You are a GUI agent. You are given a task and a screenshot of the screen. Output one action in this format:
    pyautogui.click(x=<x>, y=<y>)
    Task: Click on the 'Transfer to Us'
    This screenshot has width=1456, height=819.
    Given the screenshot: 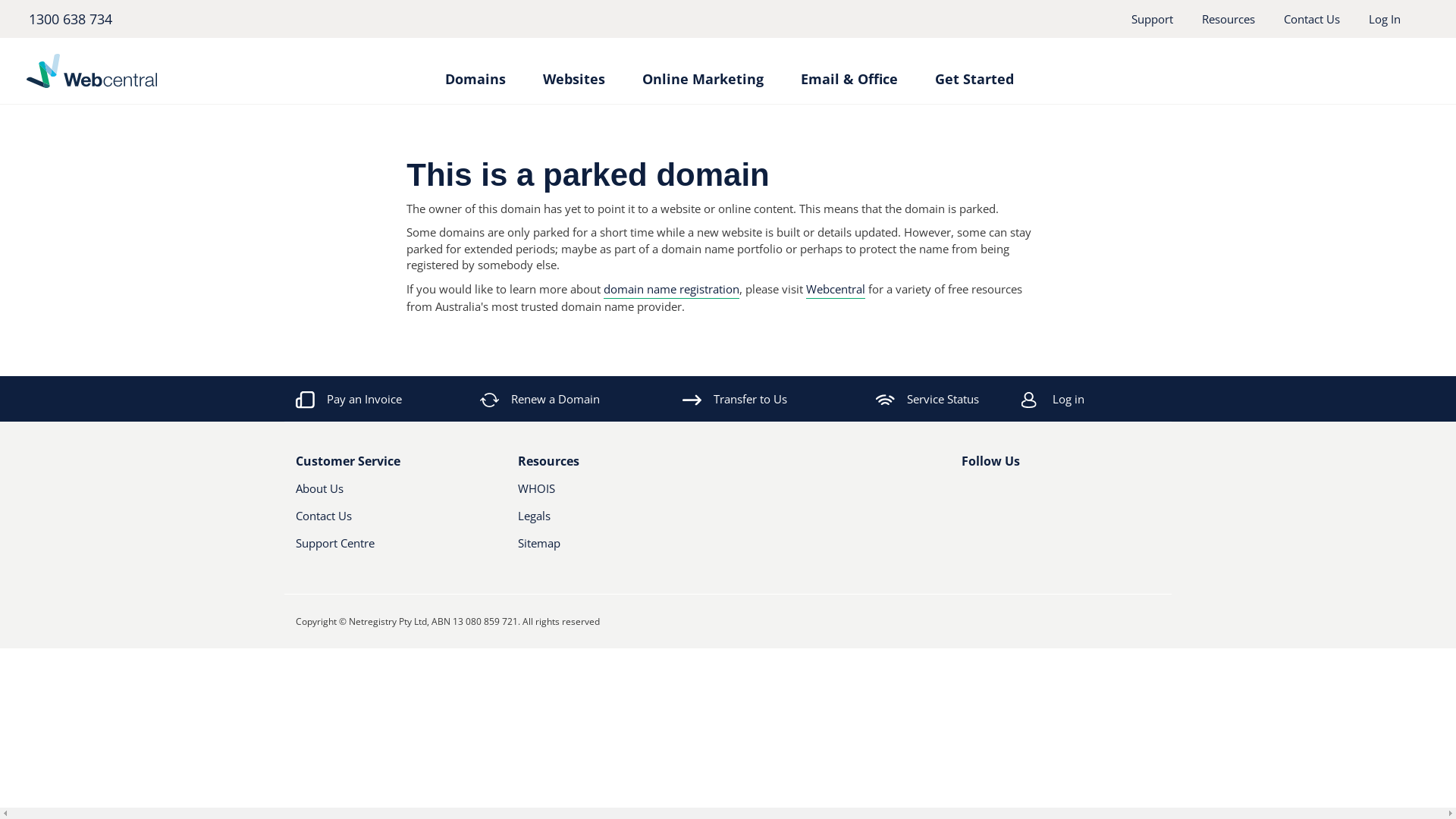 What is the action you would take?
    pyautogui.click(x=735, y=397)
    